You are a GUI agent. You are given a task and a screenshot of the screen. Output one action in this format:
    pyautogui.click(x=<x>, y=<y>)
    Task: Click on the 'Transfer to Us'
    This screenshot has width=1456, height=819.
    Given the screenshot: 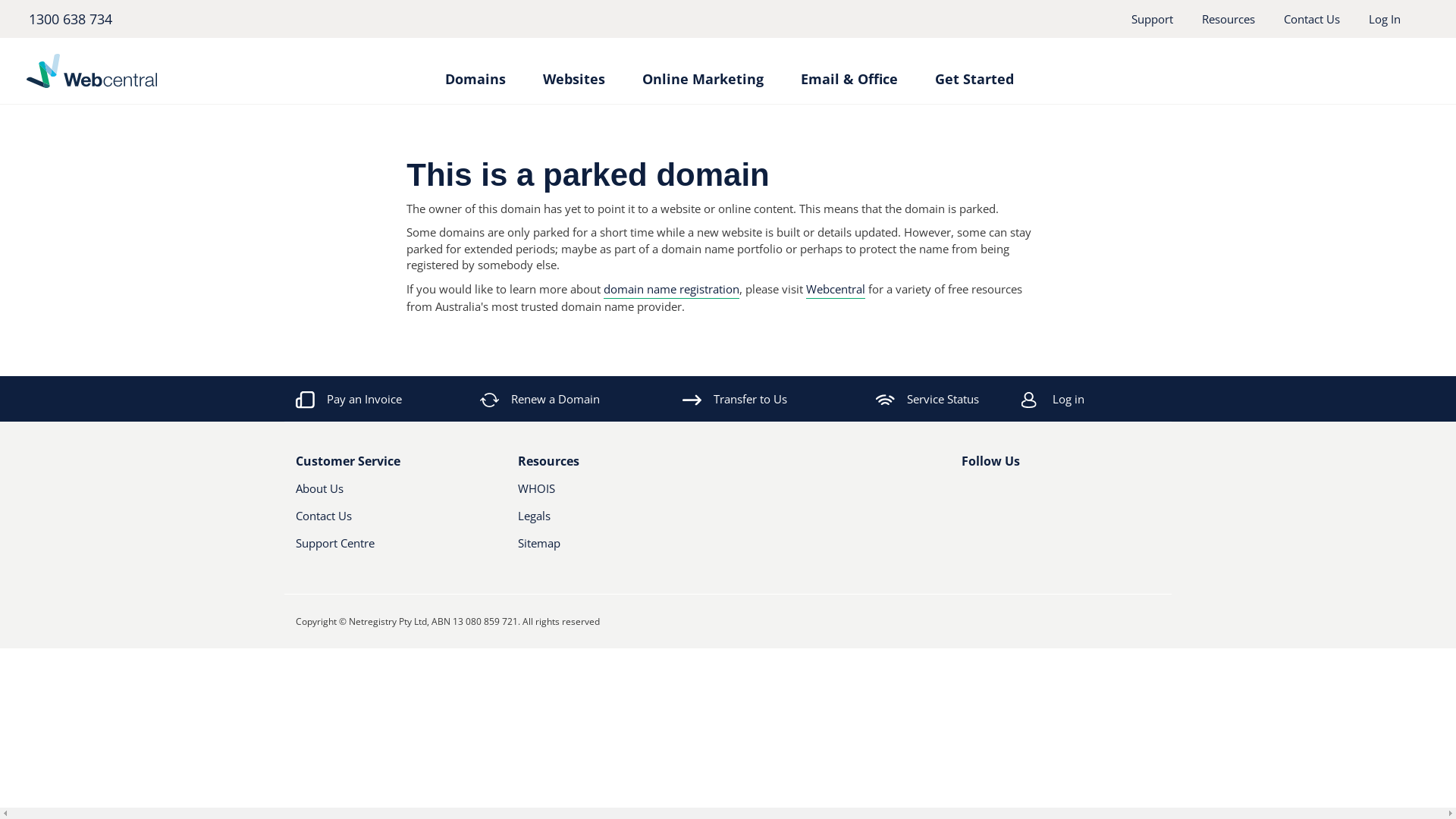 What is the action you would take?
    pyautogui.click(x=735, y=397)
    